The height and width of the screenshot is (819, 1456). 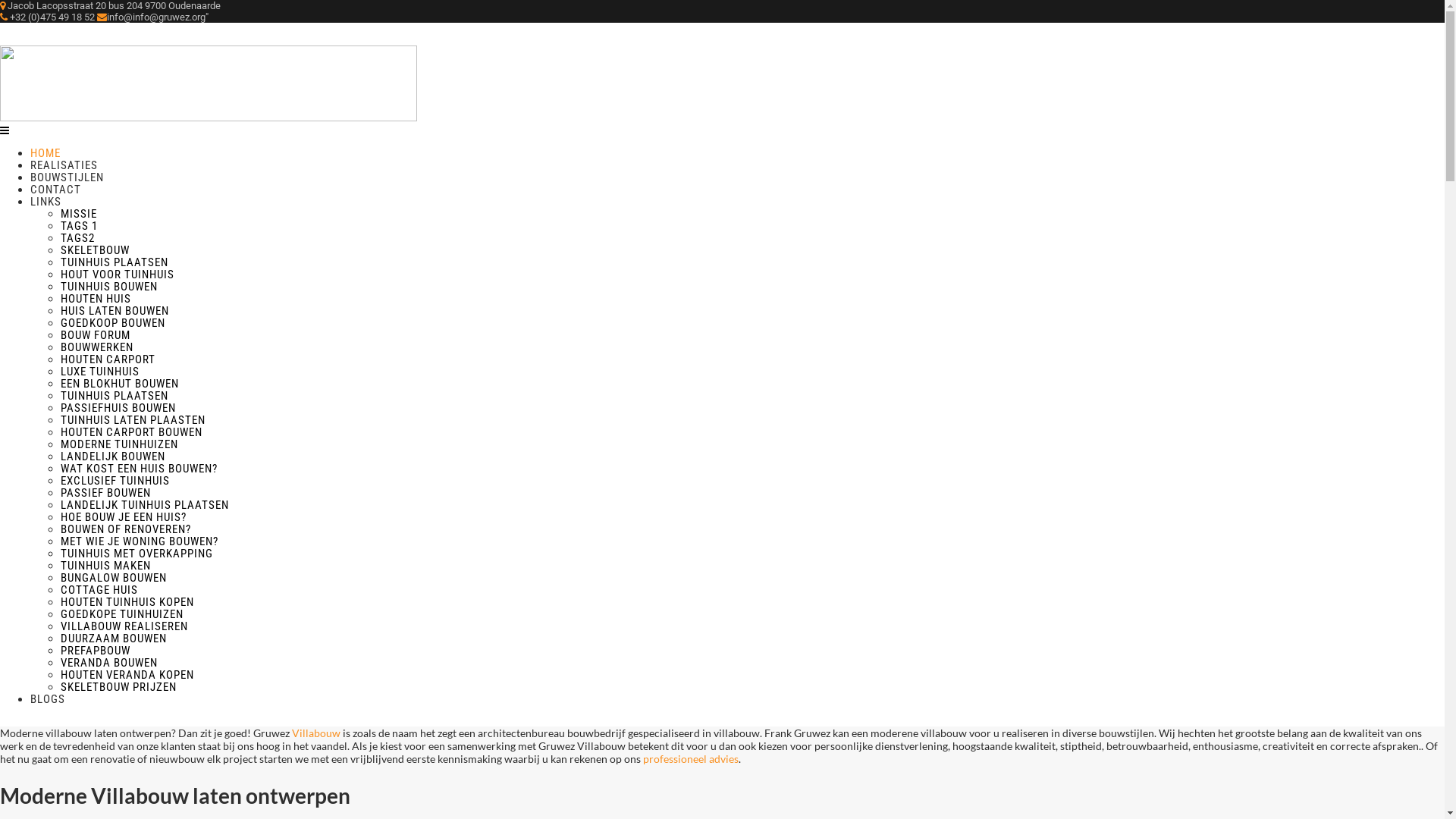 I want to click on 'VERANDA BOUWEN', so click(x=108, y=662).